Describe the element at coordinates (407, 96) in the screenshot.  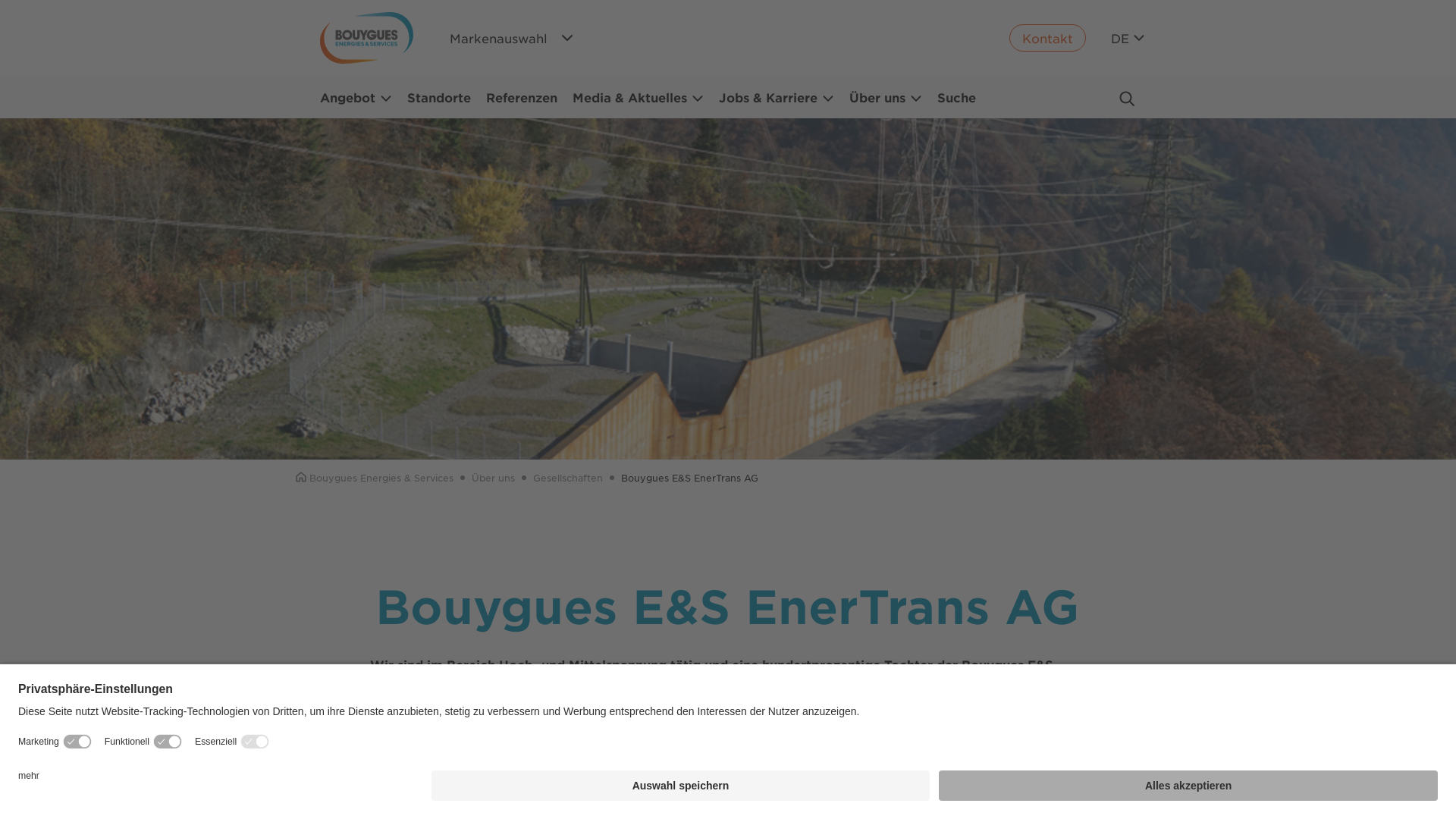
I see `'Standorte'` at that location.